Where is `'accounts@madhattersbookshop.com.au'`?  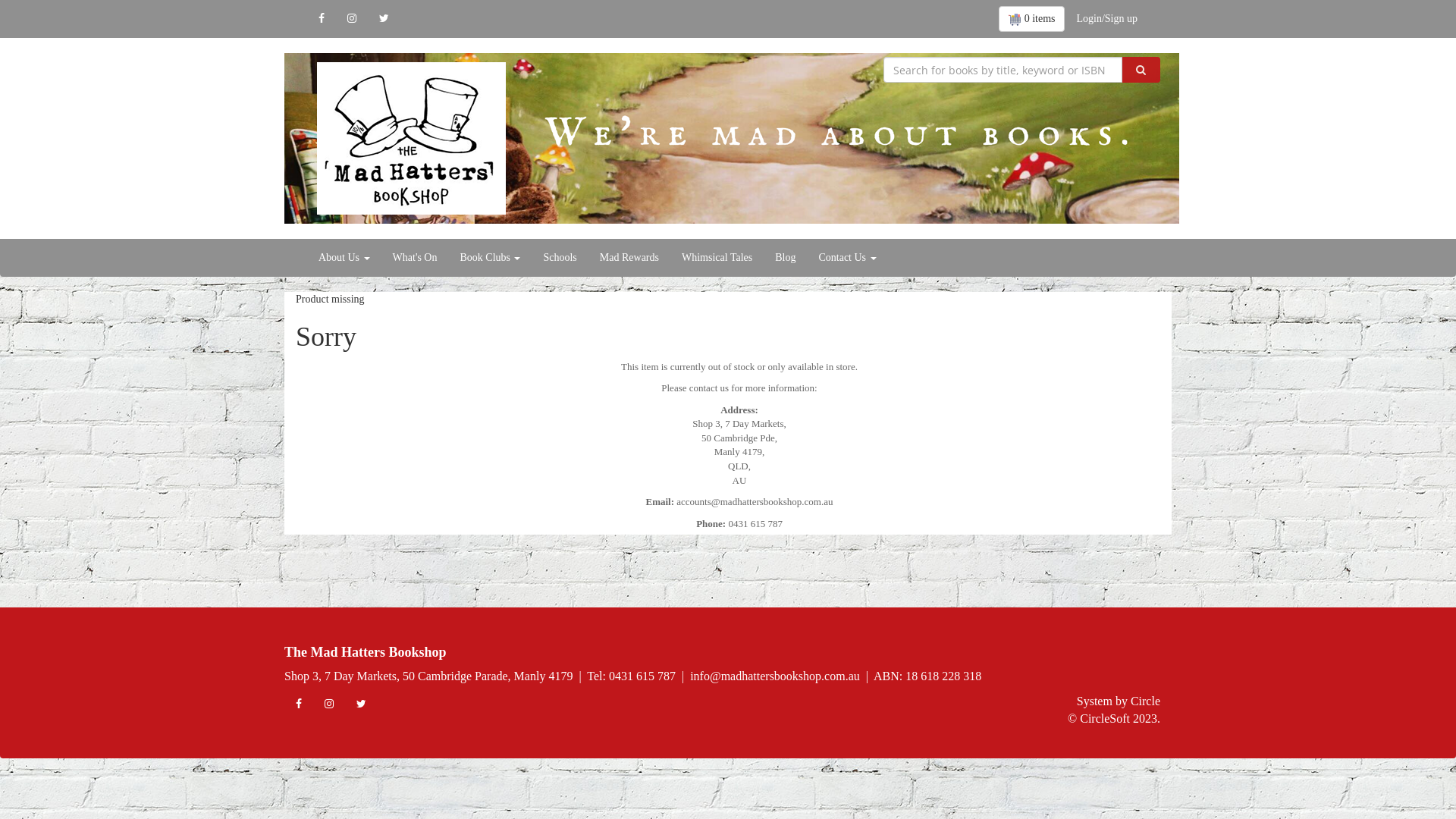
'accounts@madhattersbookshop.com.au' is located at coordinates (754, 501).